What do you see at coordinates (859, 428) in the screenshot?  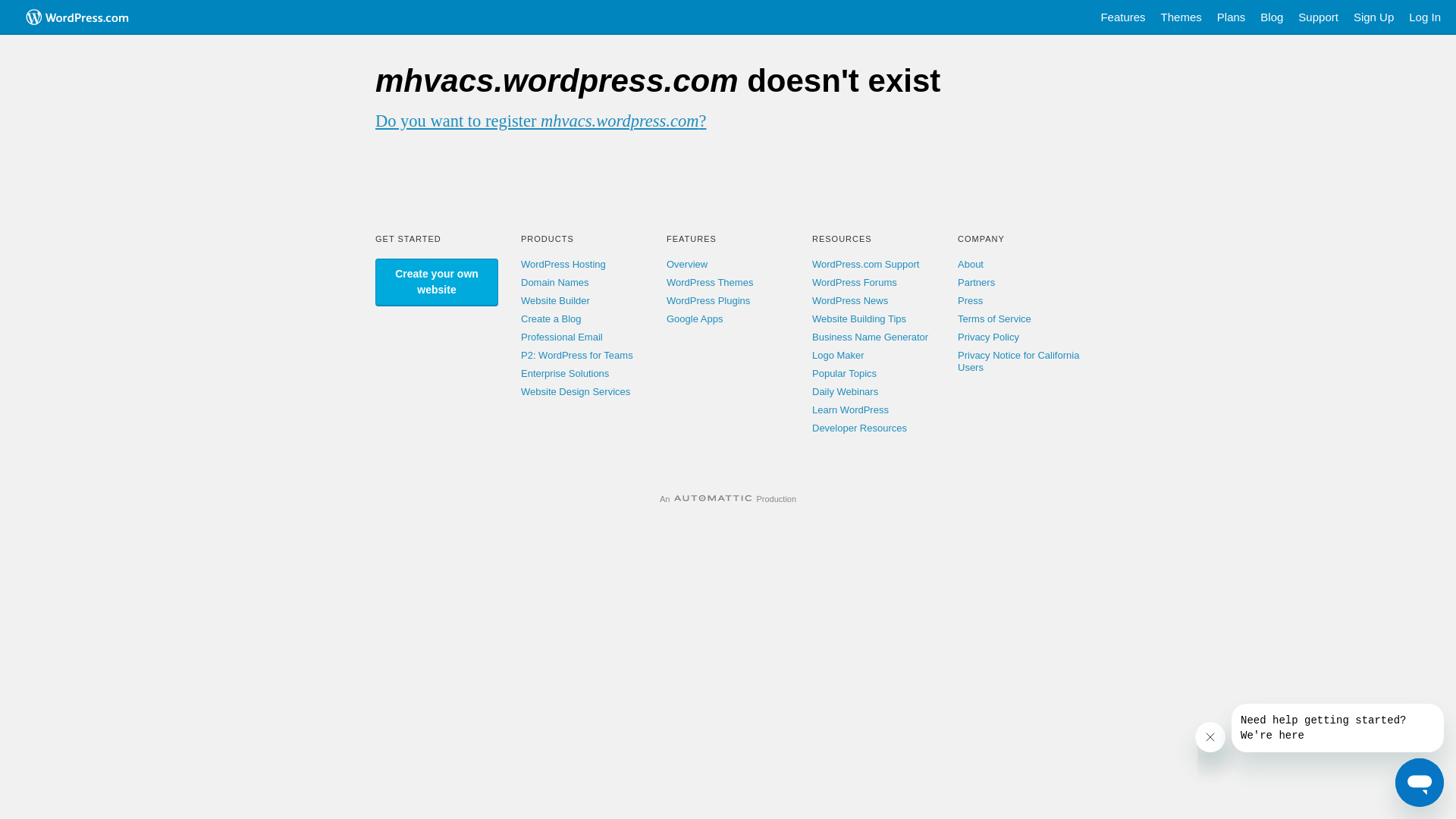 I see `'Developer Resources'` at bounding box center [859, 428].